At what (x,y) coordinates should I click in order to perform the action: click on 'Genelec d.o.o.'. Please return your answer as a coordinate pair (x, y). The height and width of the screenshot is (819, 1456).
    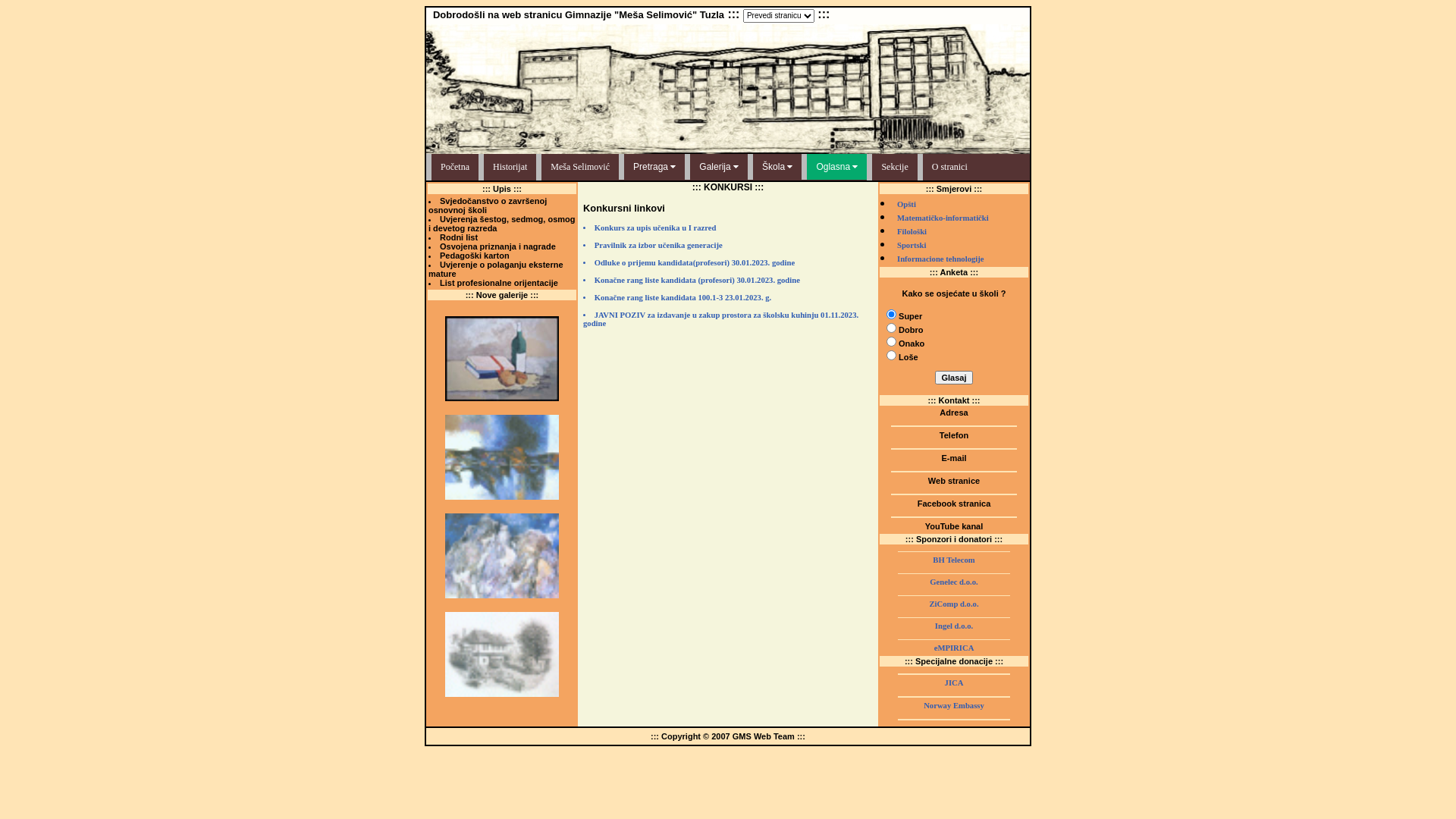
    Looking at the image, I should click on (952, 581).